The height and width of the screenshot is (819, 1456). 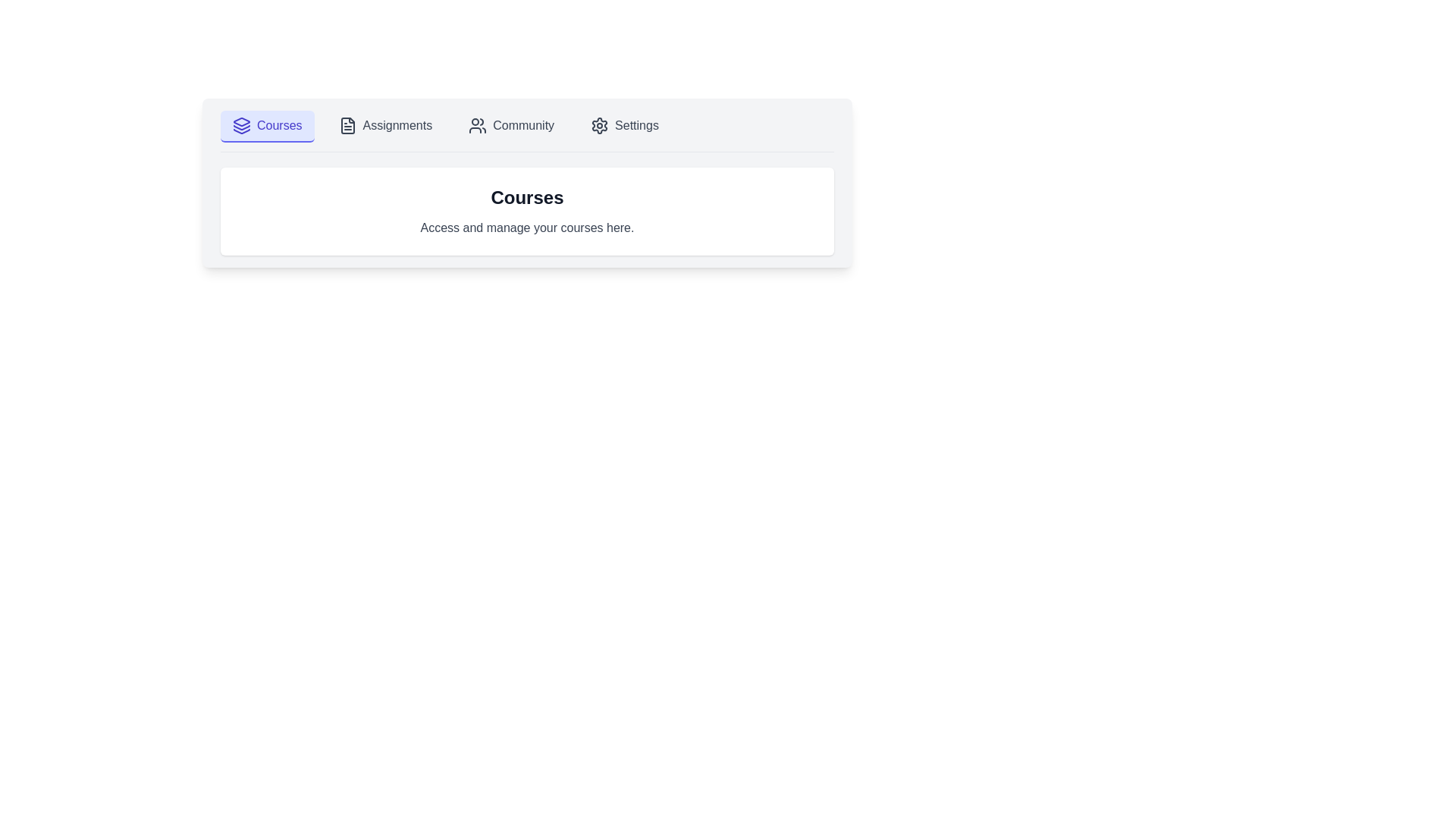 What do you see at coordinates (240, 127) in the screenshot?
I see `the 'Courses' tab icon` at bounding box center [240, 127].